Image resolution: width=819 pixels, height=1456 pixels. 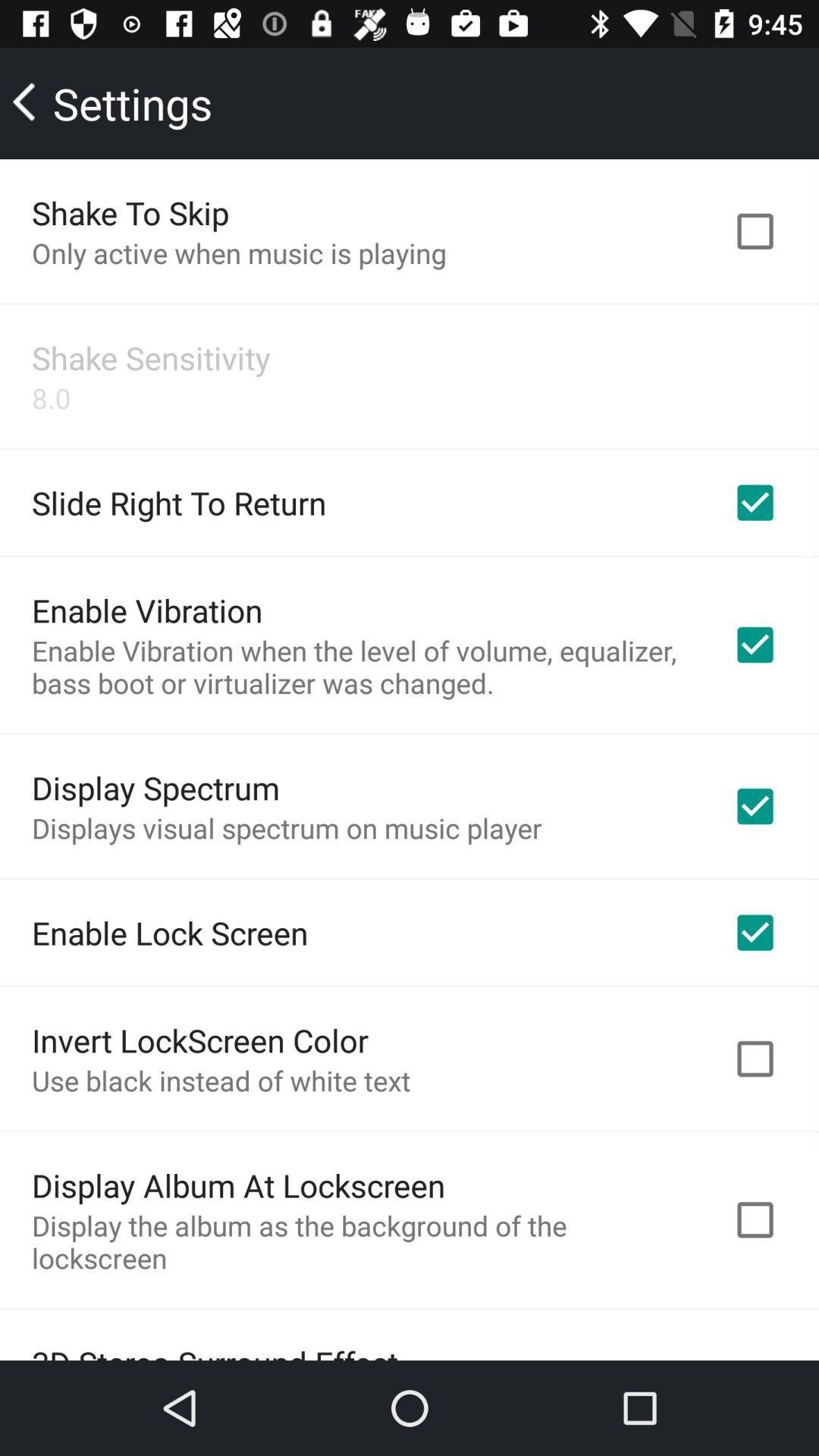 What do you see at coordinates (50, 397) in the screenshot?
I see `the app above the slide right to item` at bounding box center [50, 397].